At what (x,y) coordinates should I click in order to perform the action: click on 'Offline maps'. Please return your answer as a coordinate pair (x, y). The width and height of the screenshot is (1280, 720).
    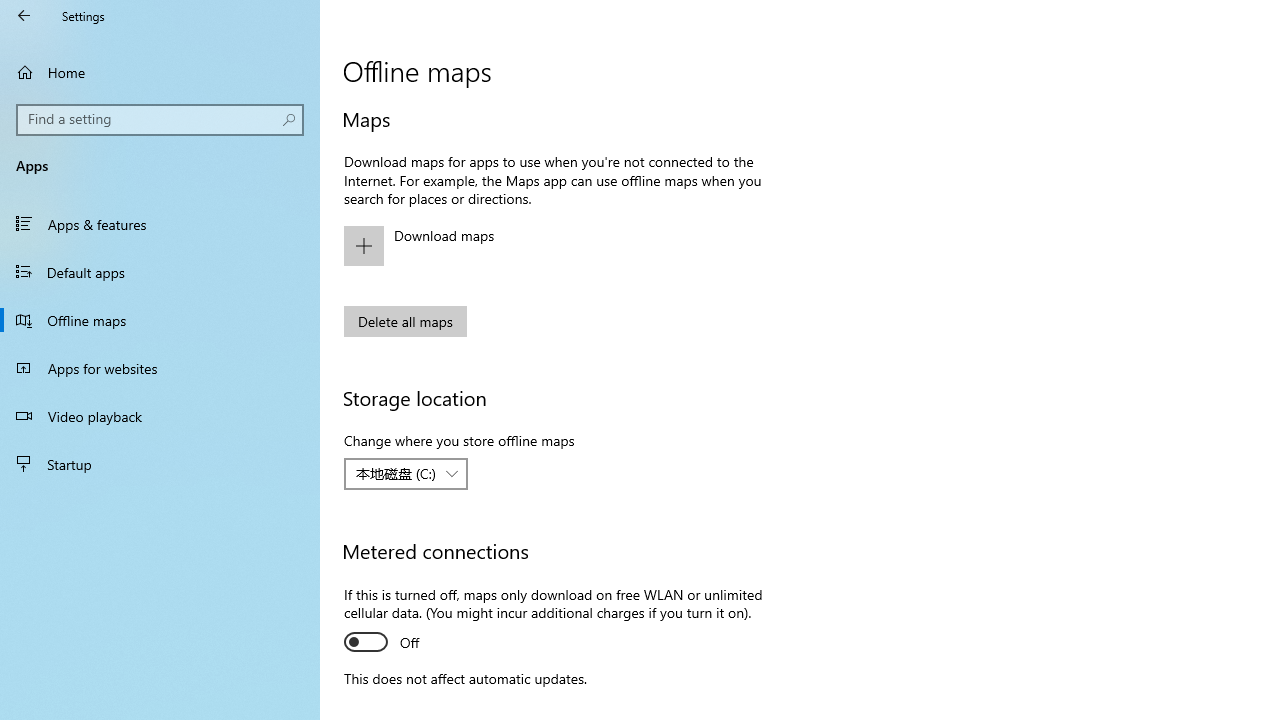
    Looking at the image, I should click on (160, 319).